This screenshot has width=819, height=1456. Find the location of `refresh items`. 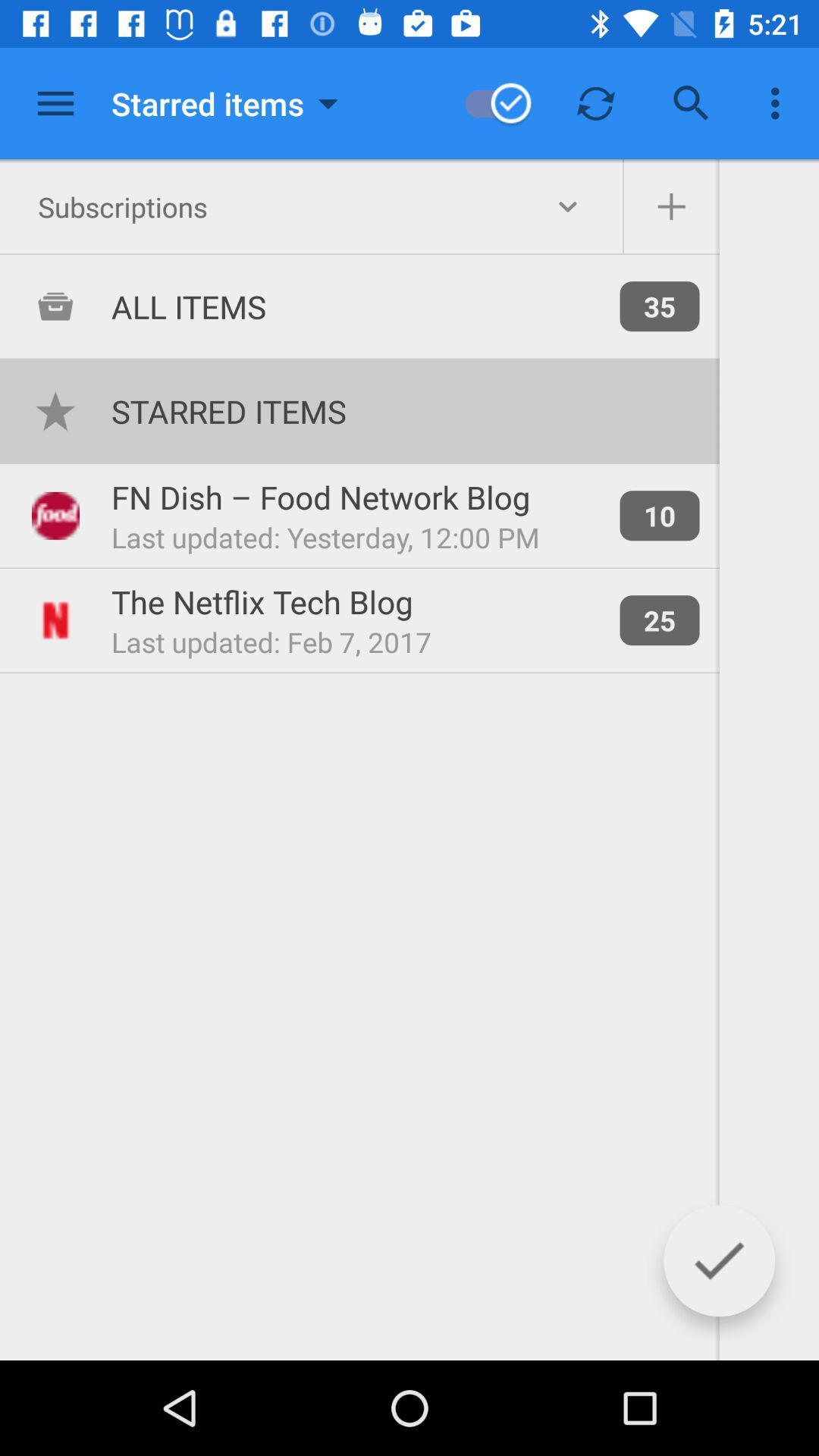

refresh items is located at coordinates (595, 102).